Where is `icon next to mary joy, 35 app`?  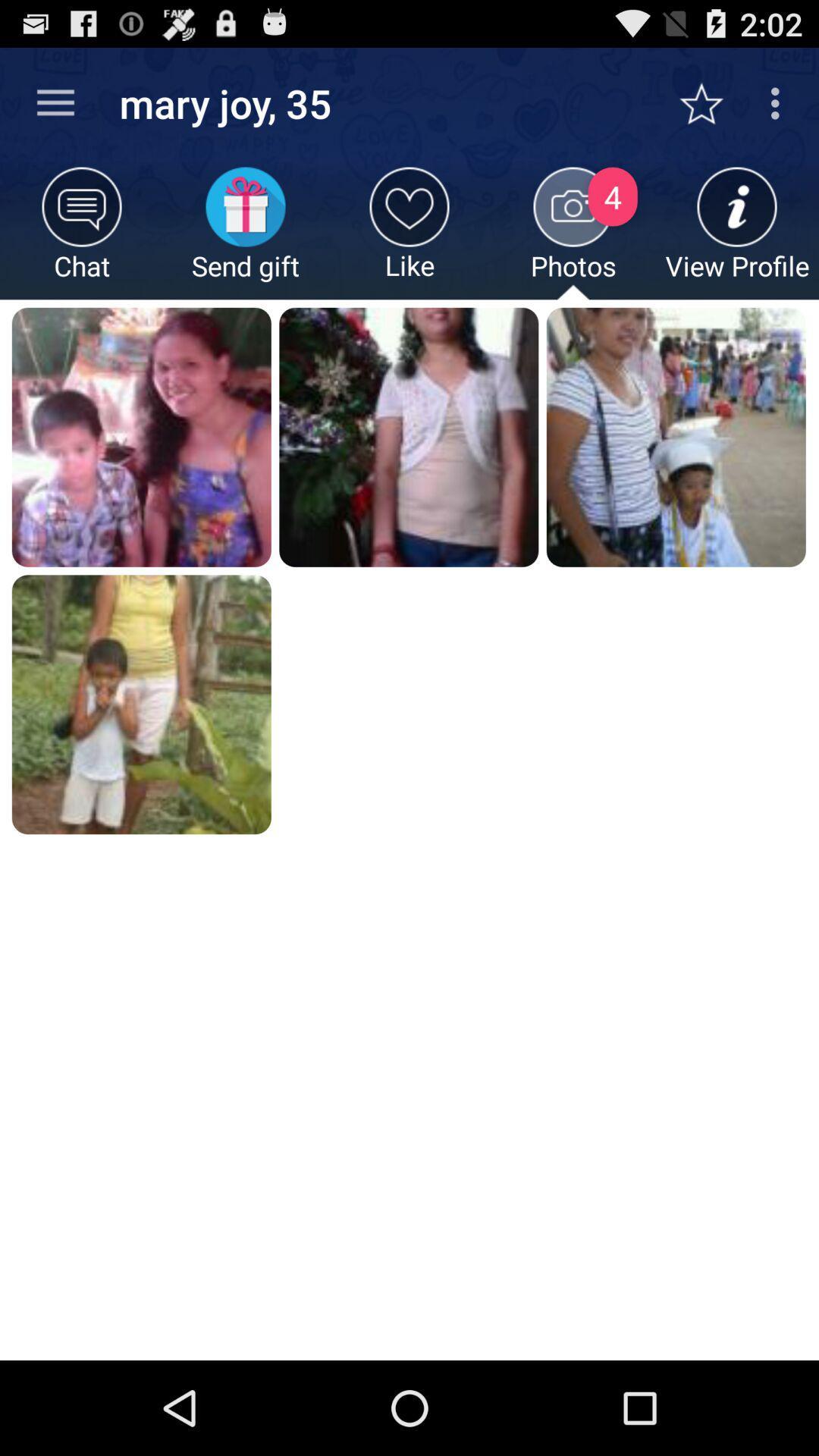 icon next to mary joy, 35 app is located at coordinates (55, 102).